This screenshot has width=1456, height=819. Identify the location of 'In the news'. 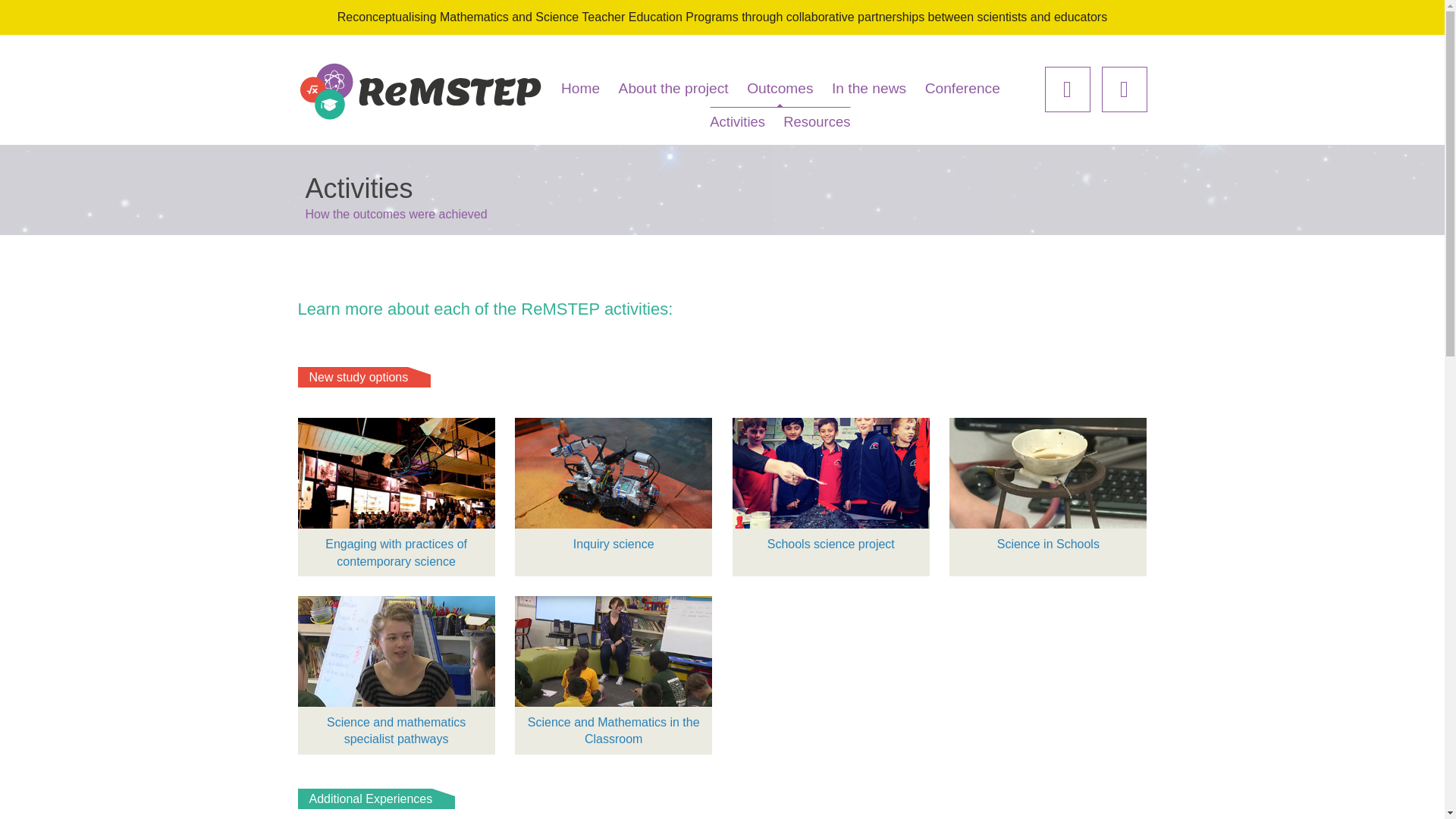
(869, 88).